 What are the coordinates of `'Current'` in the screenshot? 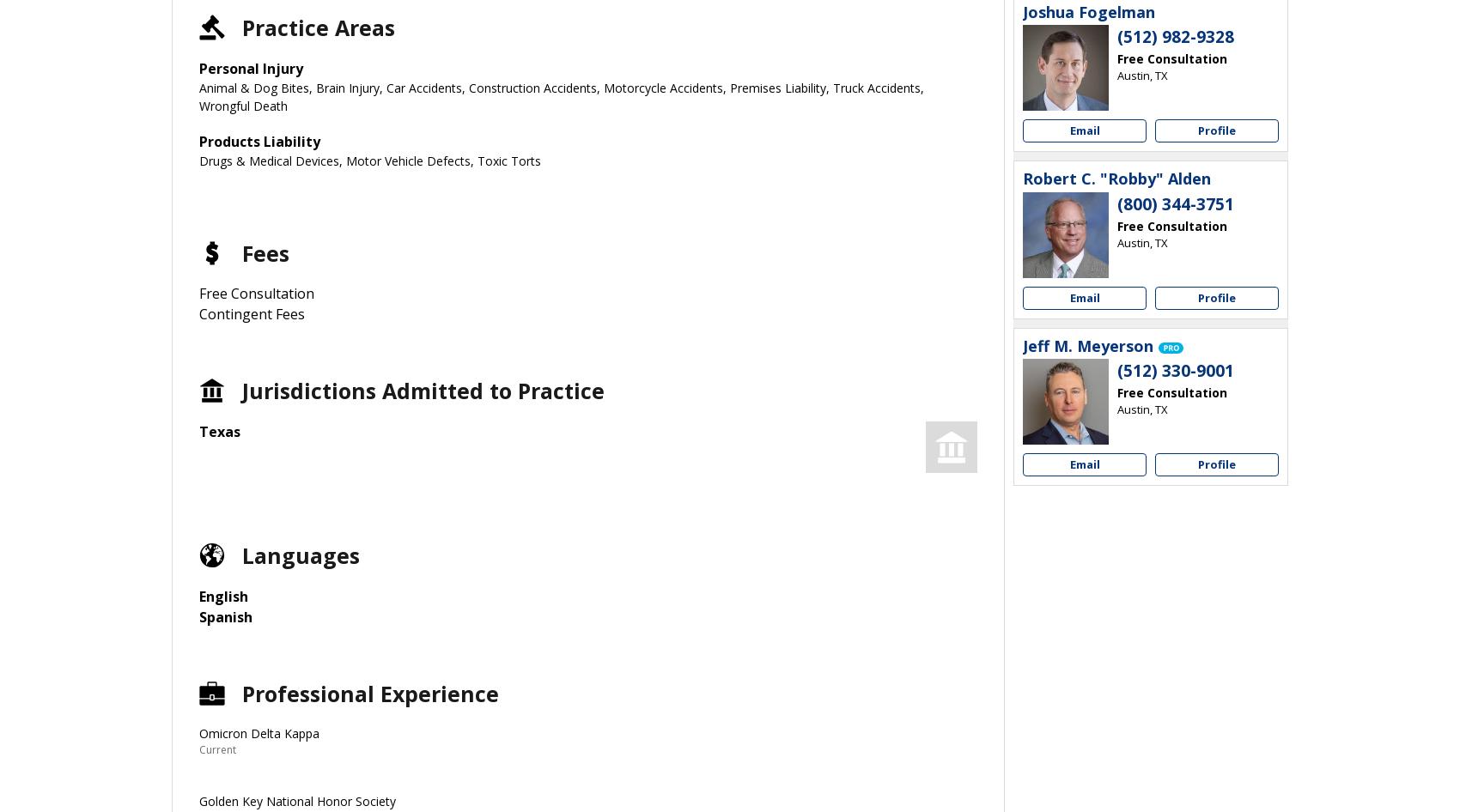 It's located at (199, 748).